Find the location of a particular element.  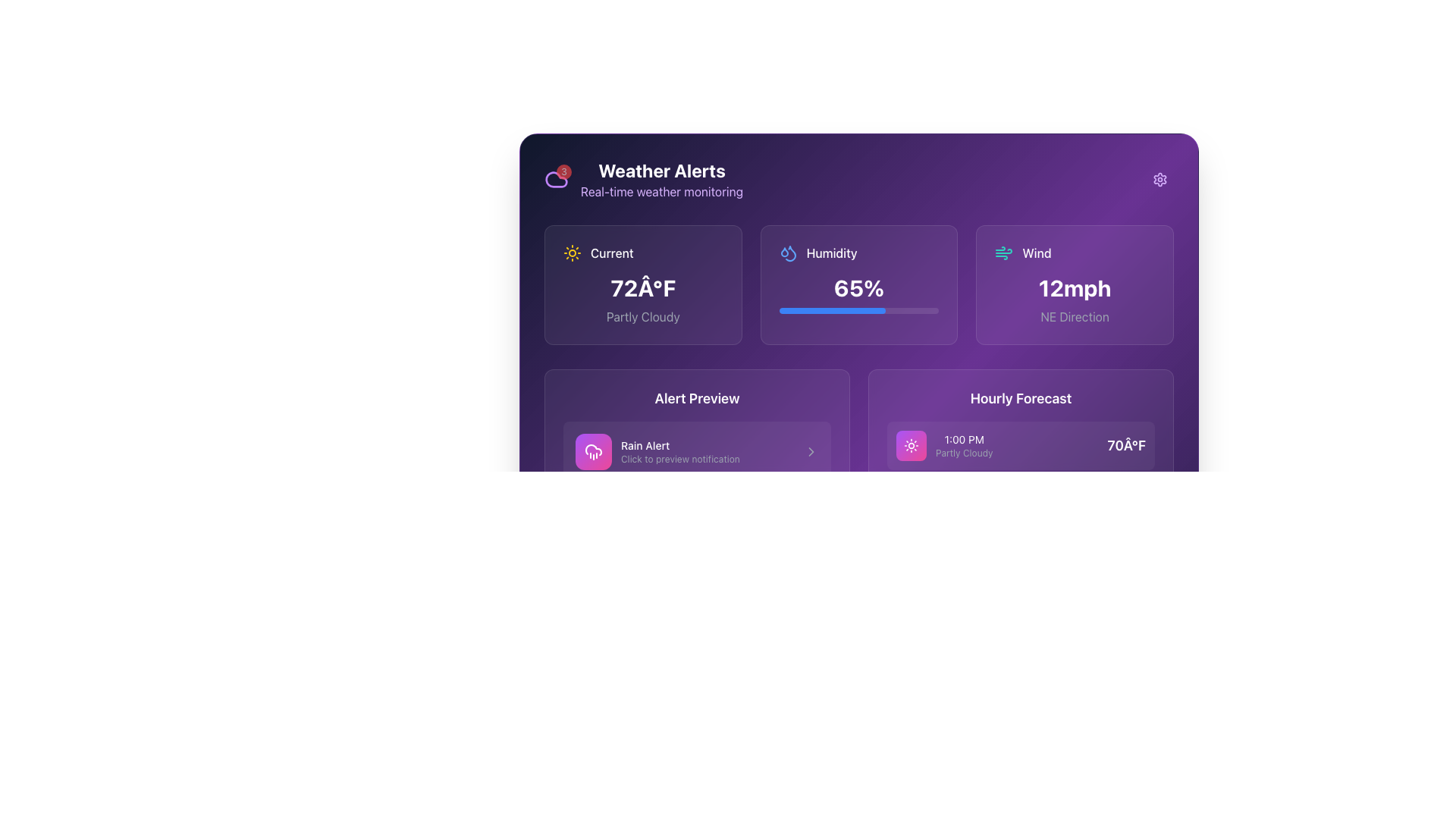

the Progress bar fill that visually represents the humidity level, located between the 'Current' and 'Wind' sections of the interface is located at coordinates (831, 309).